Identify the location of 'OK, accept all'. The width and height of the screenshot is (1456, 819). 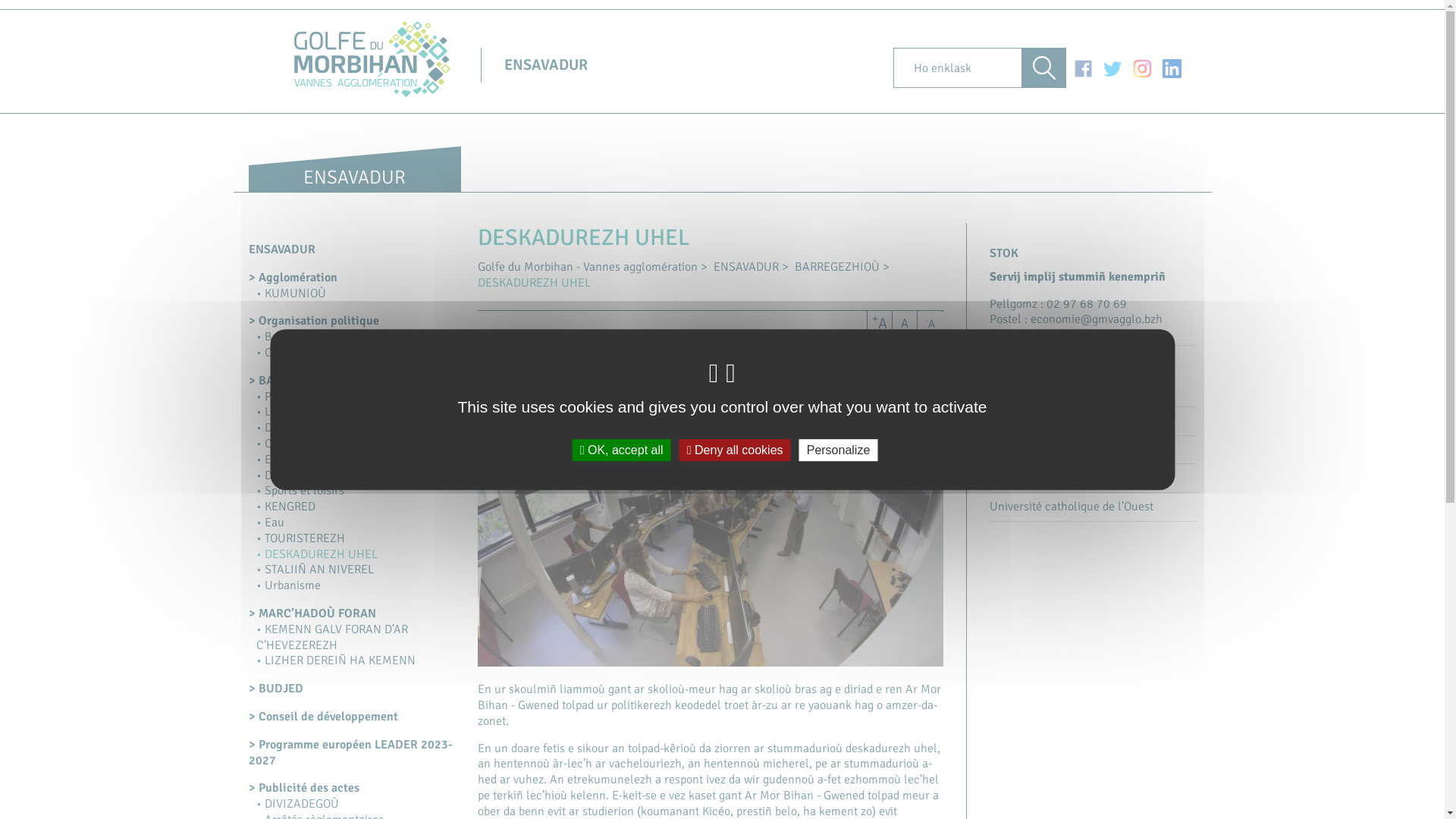
(622, 449).